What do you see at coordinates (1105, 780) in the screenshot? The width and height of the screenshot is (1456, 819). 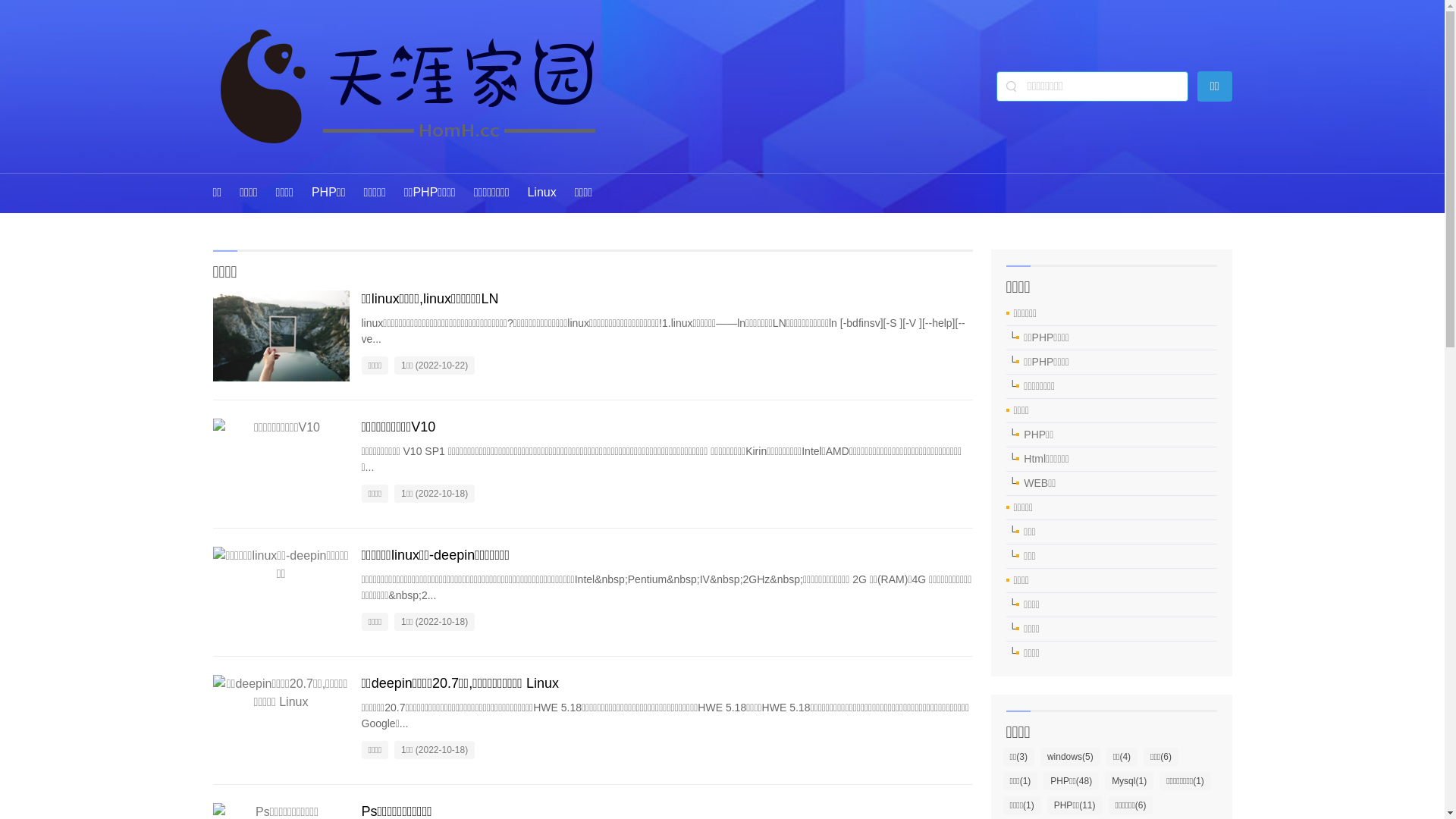 I see `'Mysql` at bounding box center [1105, 780].